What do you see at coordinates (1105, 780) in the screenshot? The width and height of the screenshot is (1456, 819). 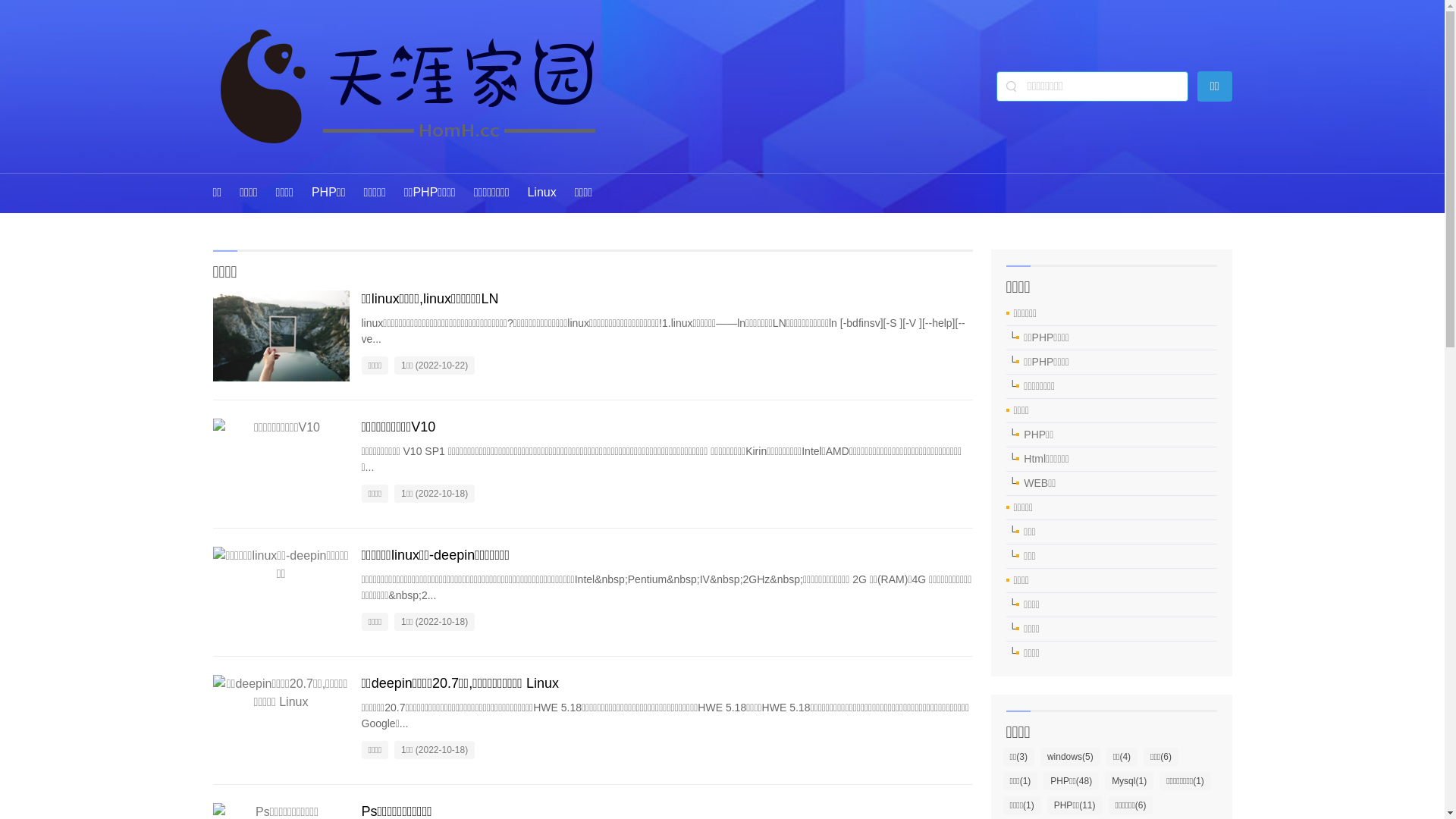 I see `'Mysql` at bounding box center [1105, 780].